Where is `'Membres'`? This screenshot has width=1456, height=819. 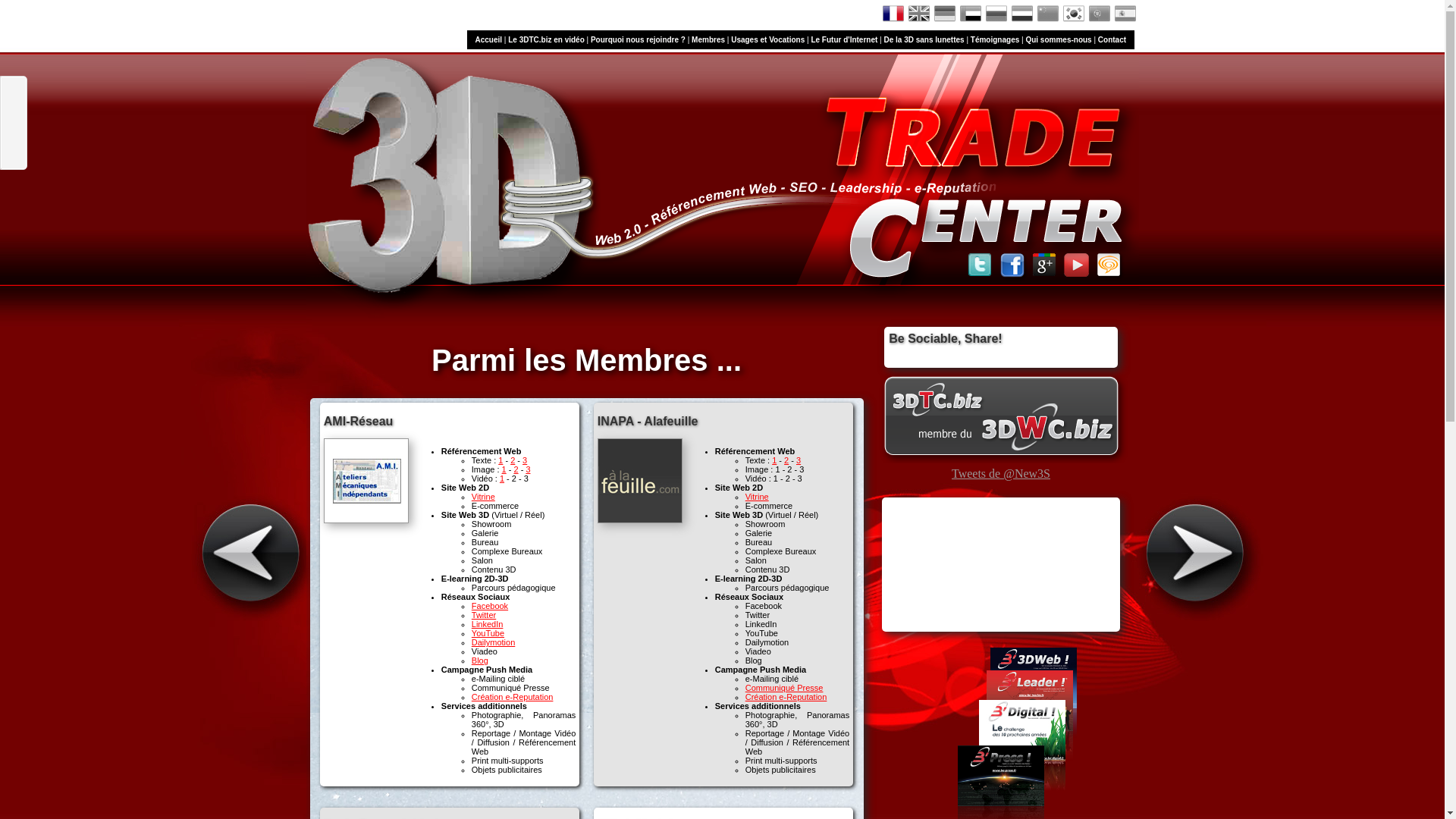 'Membres' is located at coordinates (708, 39).